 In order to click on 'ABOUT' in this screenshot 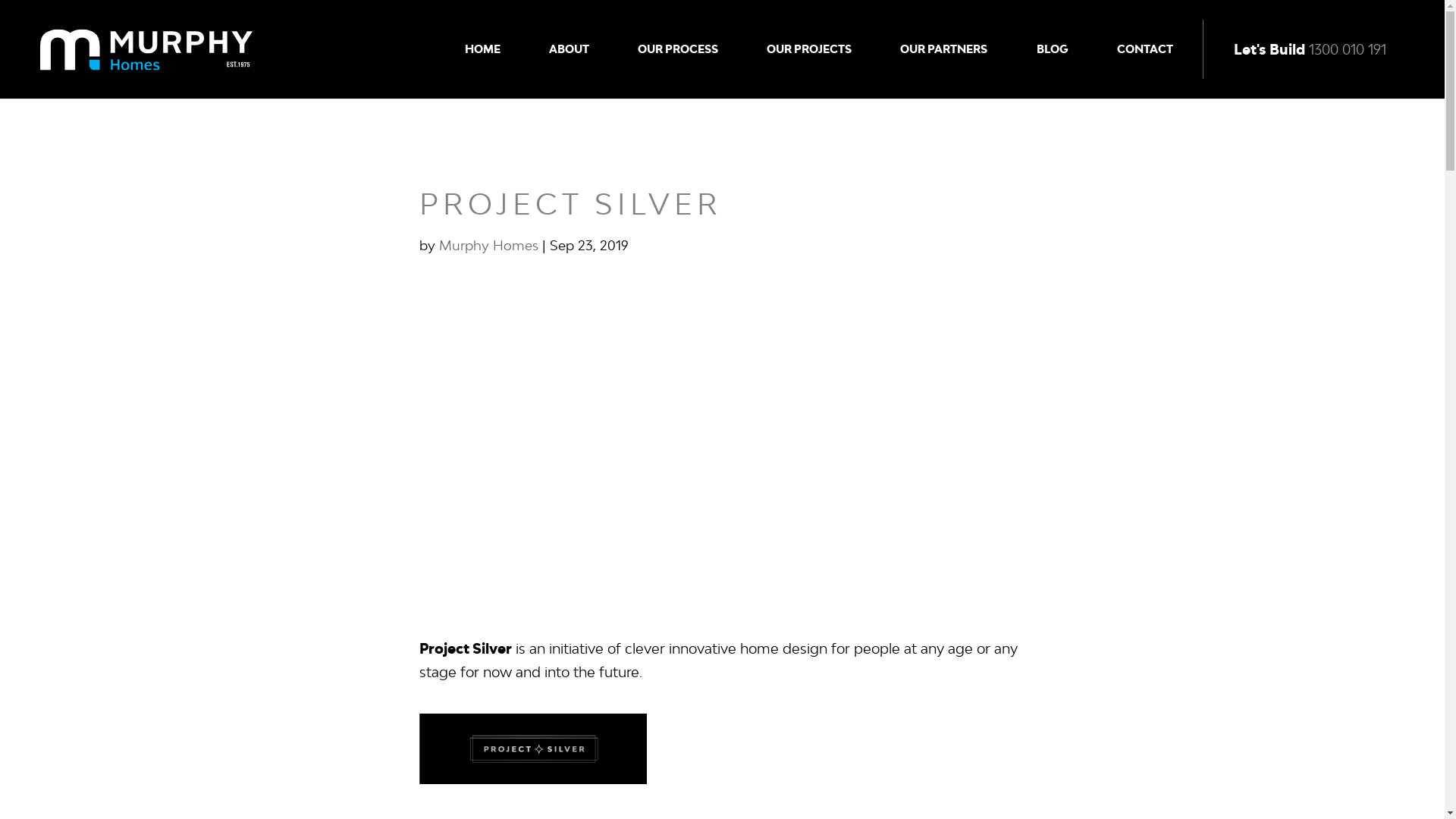, I will do `click(548, 49)`.